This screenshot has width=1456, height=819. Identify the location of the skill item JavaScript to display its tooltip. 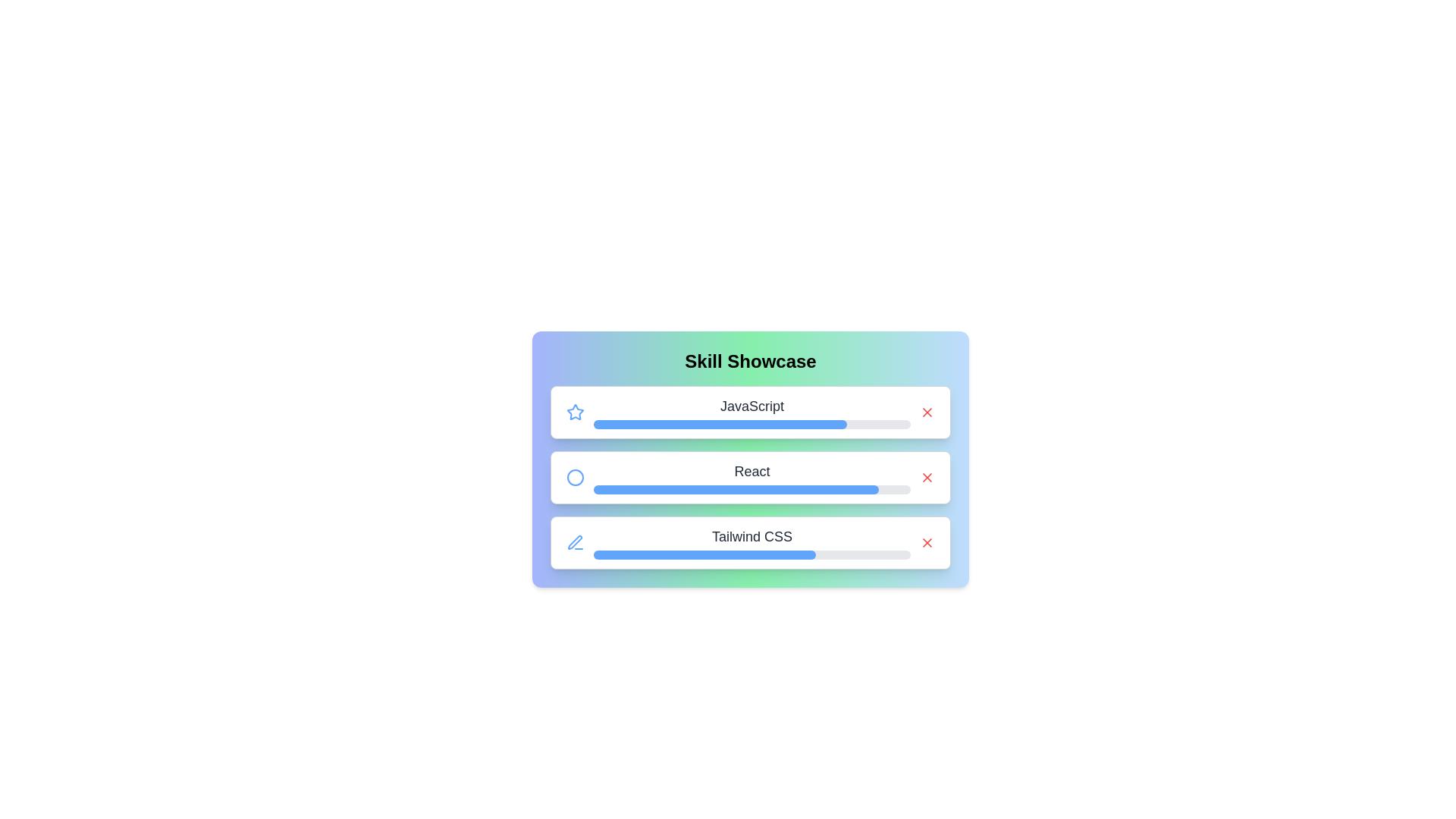
(750, 412).